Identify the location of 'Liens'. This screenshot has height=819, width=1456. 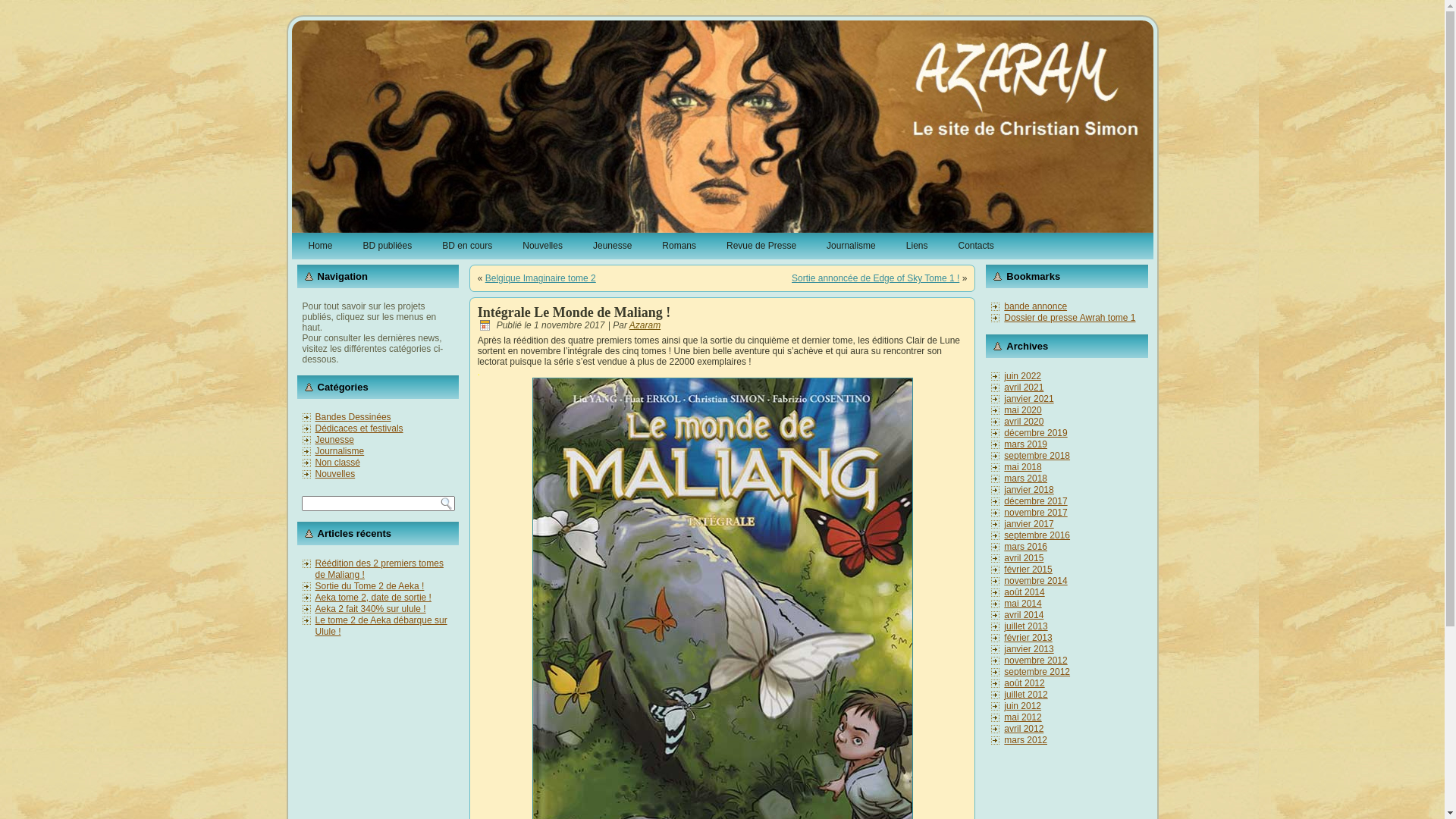
(916, 245).